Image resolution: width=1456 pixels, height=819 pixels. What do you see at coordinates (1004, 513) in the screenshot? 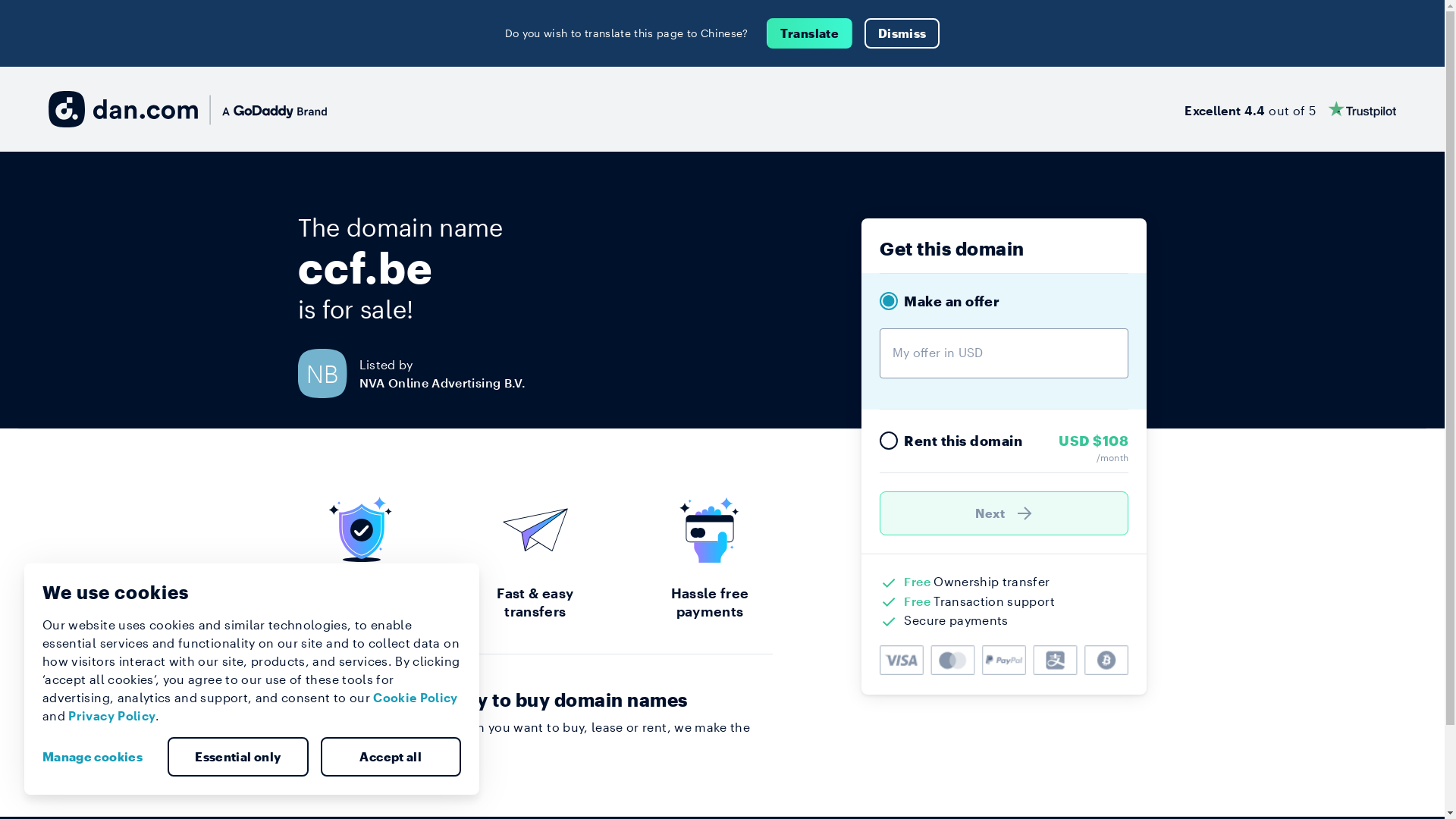
I see `'Next` at bounding box center [1004, 513].